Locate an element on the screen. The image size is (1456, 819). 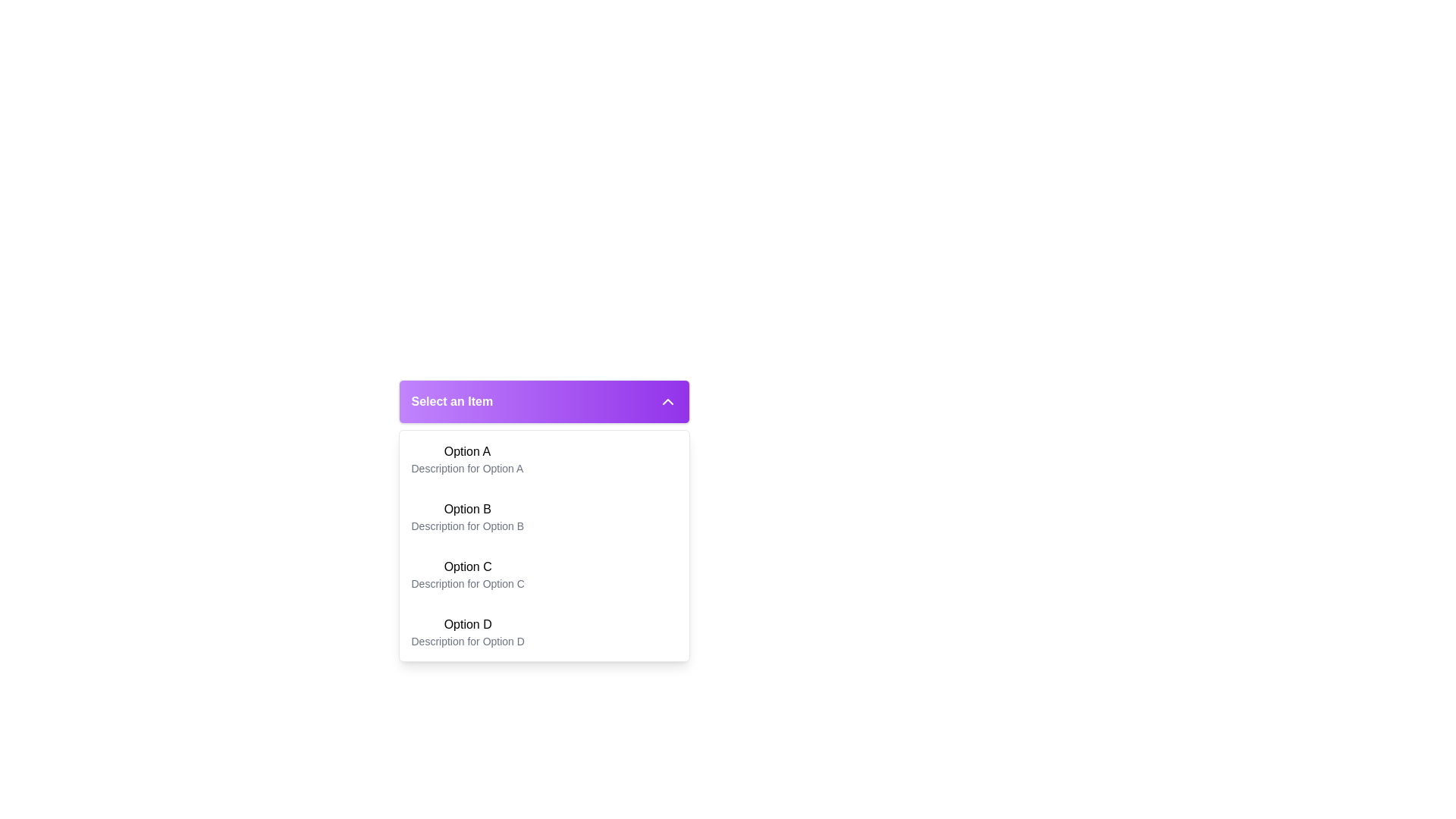
the selectable option labeled 'Option C' in the dropdown menu is located at coordinates (544, 575).